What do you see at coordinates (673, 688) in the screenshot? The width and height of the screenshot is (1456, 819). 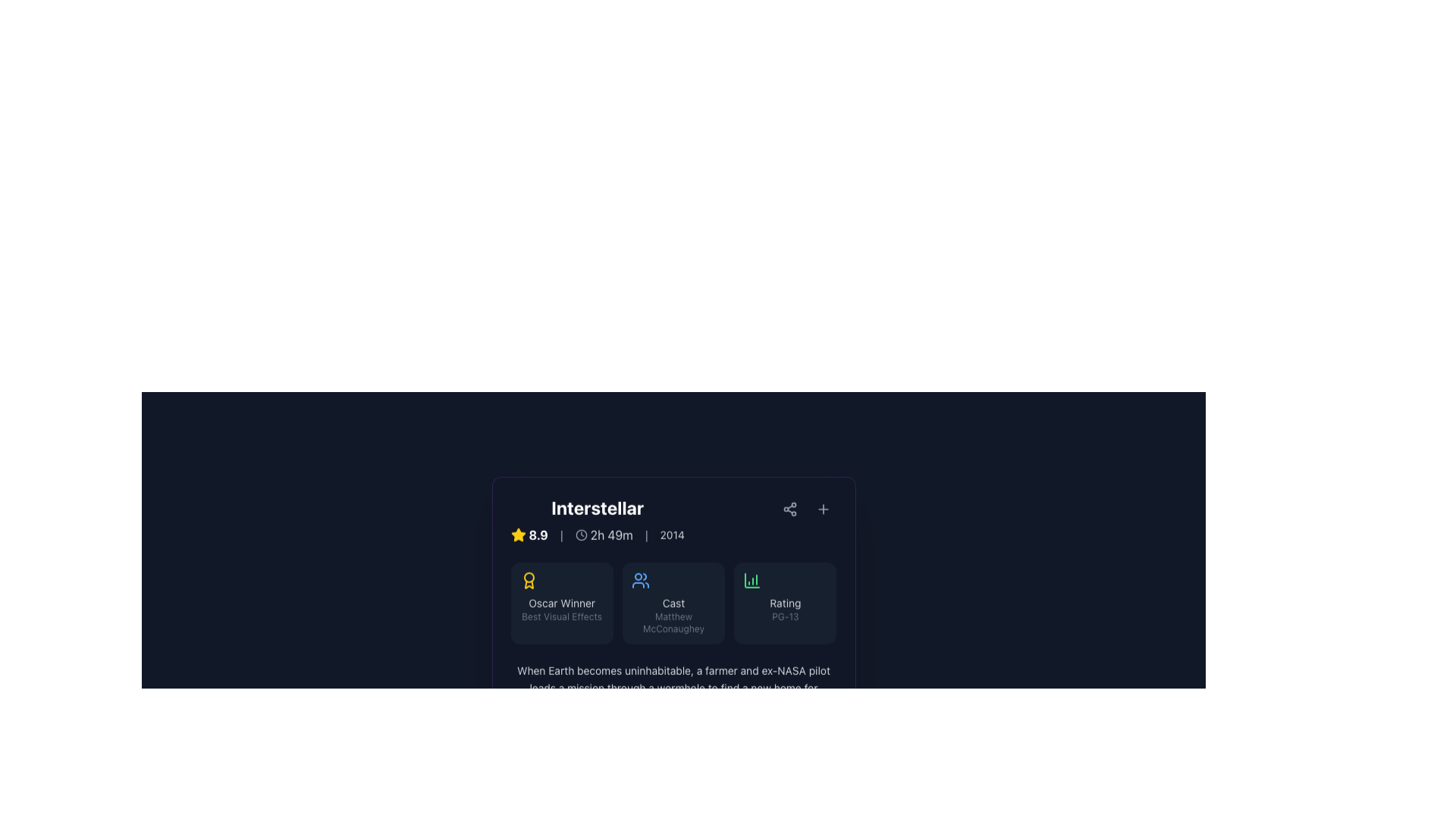 I see `text content of the narrative overview text block located centrally beneath the title section and above the genre tags` at bounding box center [673, 688].